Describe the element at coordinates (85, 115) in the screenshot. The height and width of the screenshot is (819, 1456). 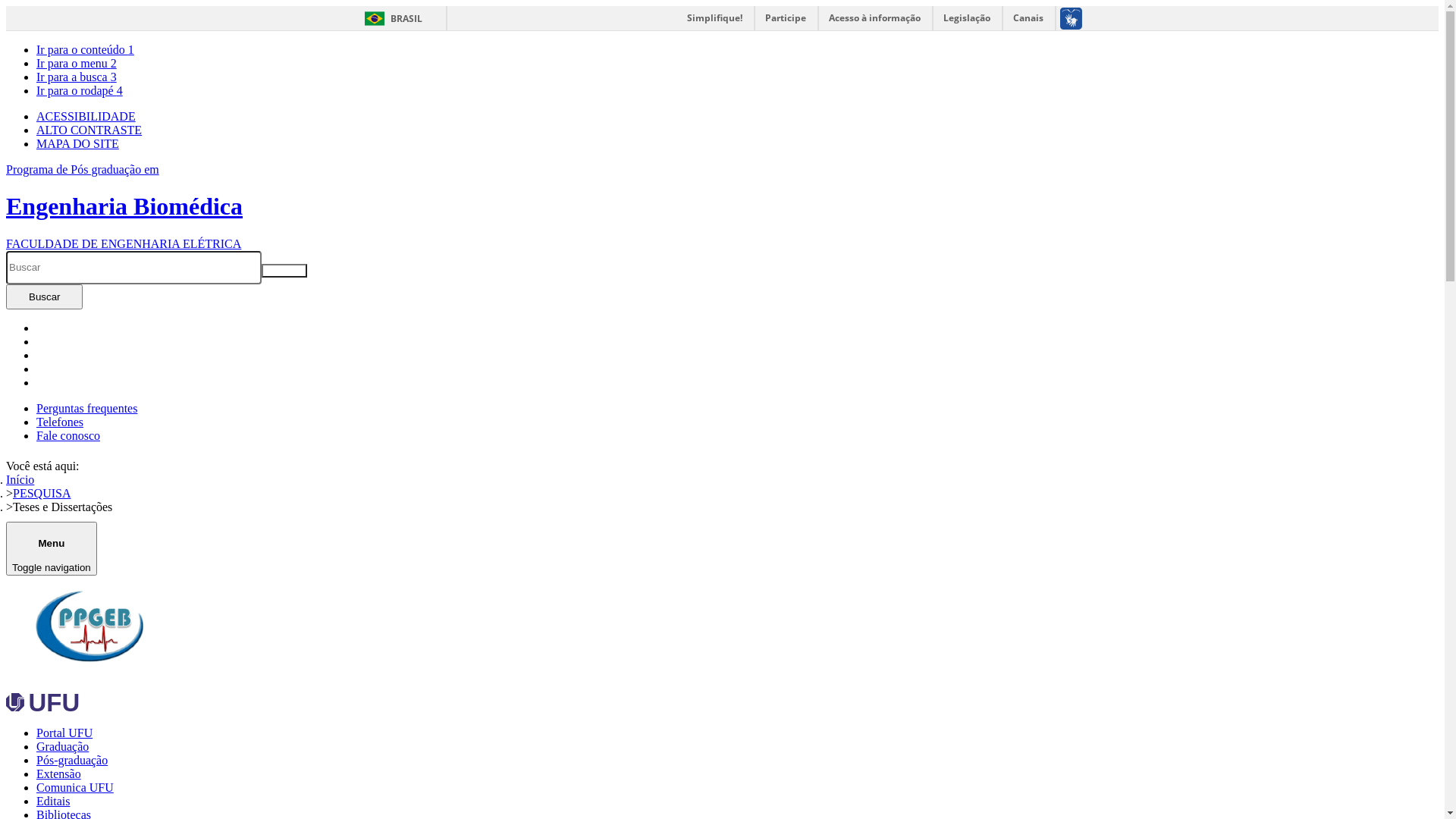
I see `'ACESSIBILIDADE'` at that location.